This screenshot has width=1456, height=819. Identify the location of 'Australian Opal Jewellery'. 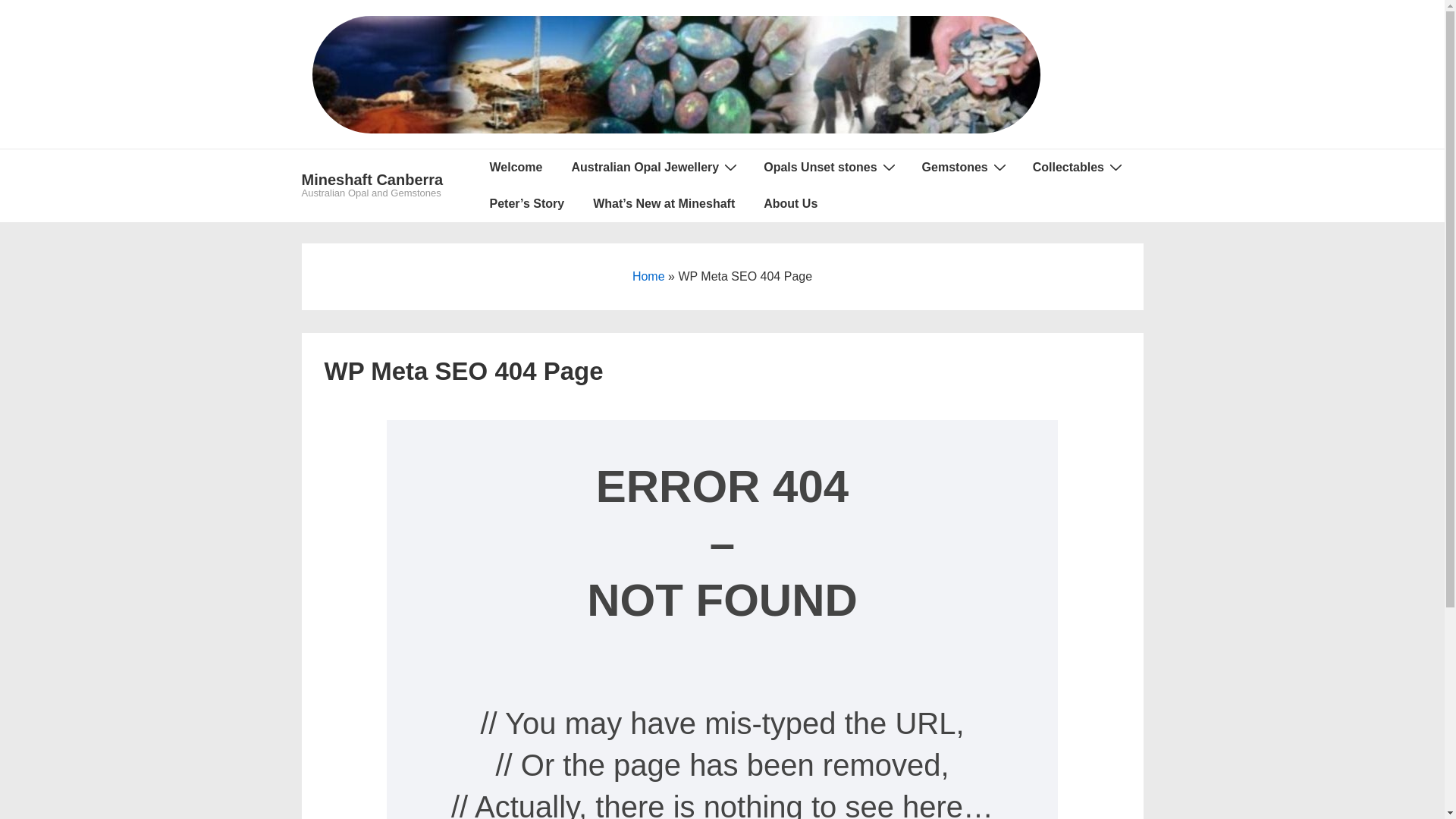
(652, 167).